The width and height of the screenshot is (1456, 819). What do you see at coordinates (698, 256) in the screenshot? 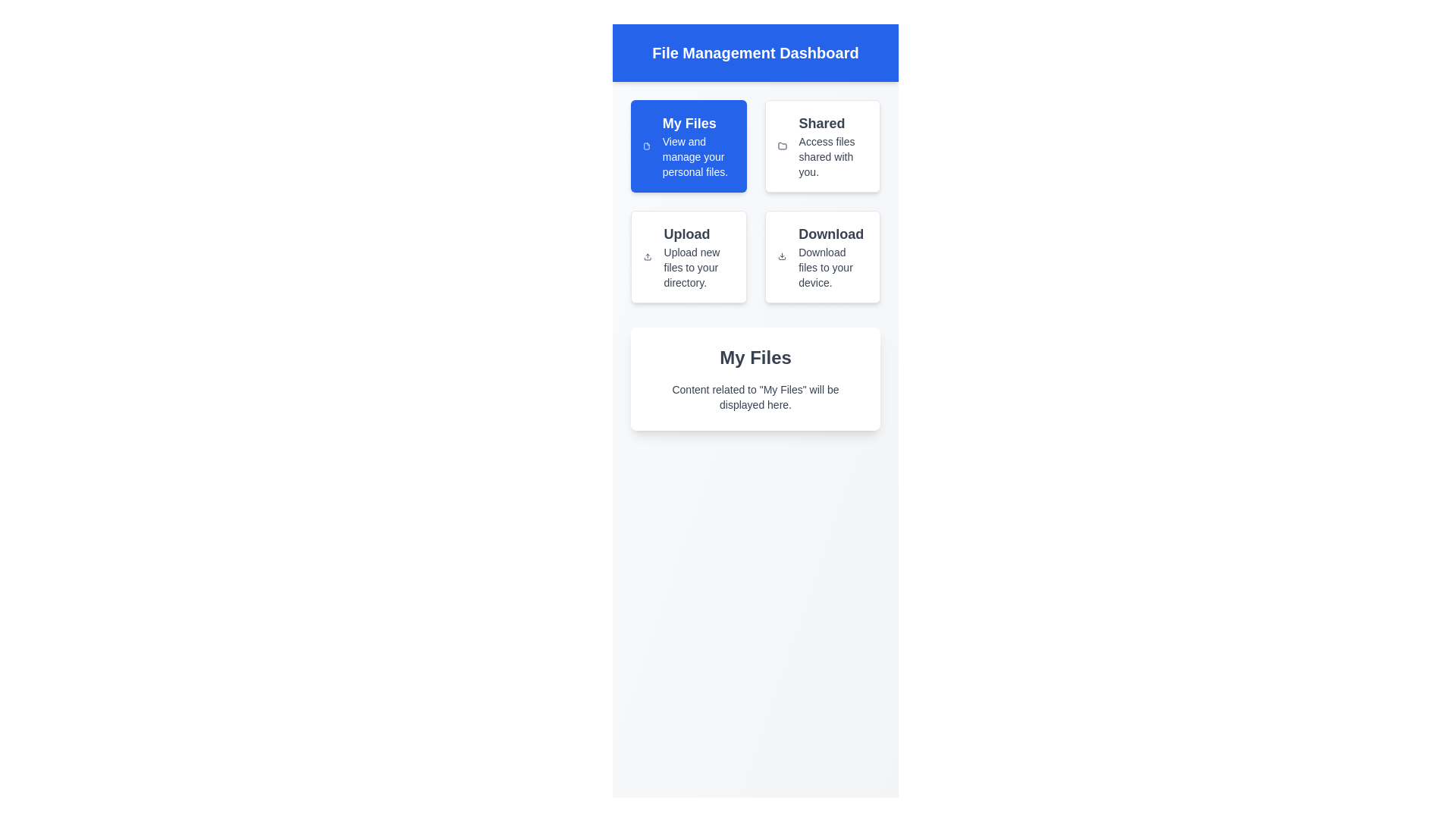
I see `the text block containing the title 'Upload' and the explanatory text 'Upload new files to your directory.' which is displayed in a card layout` at bounding box center [698, 256].